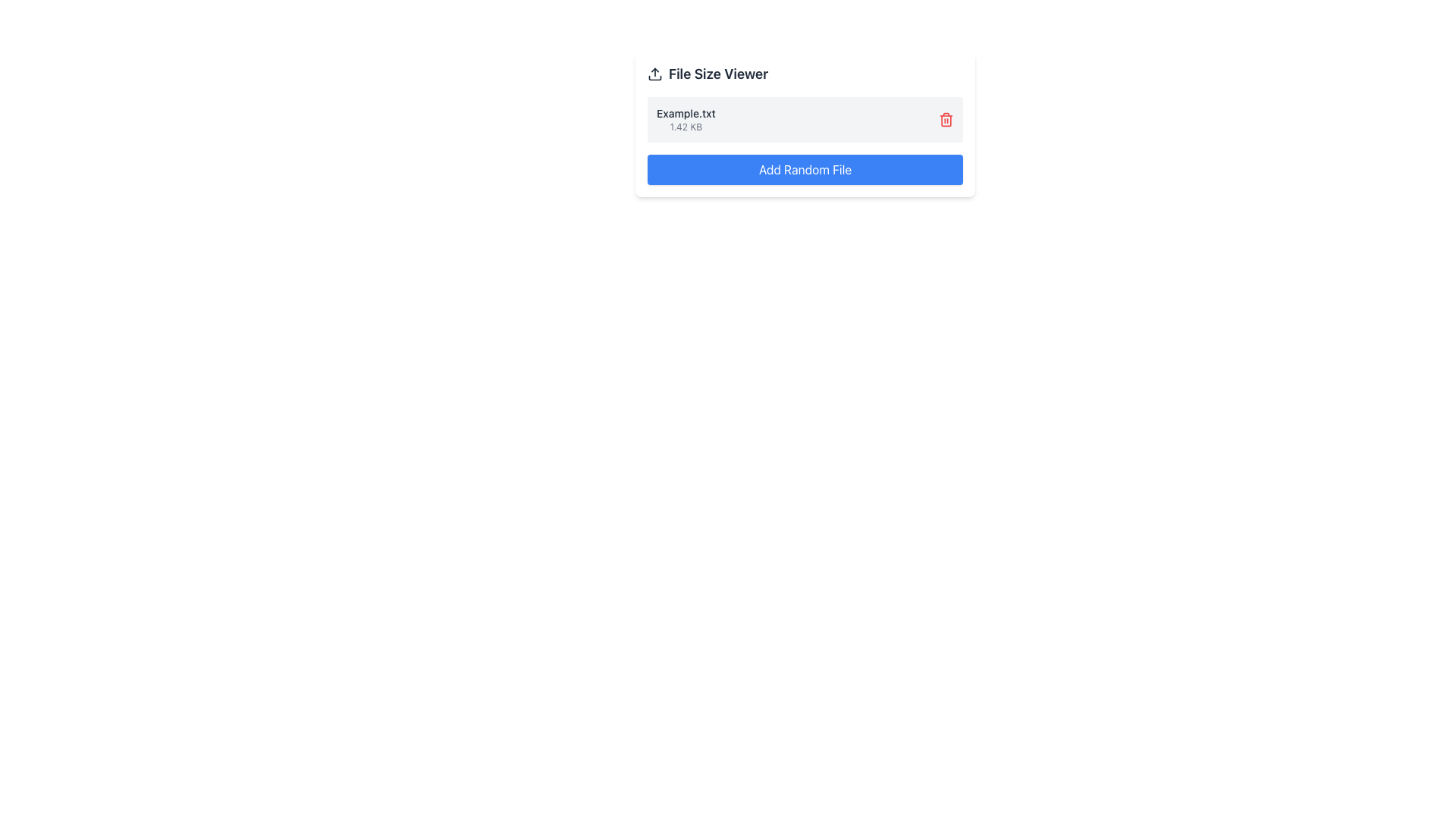 This screenshot has width=1456, height=819. I want to click on the upload indicator icon located to the left of the 'File Size Viewer' heading, aligned vertically and slightly separated, so click(655, 74).